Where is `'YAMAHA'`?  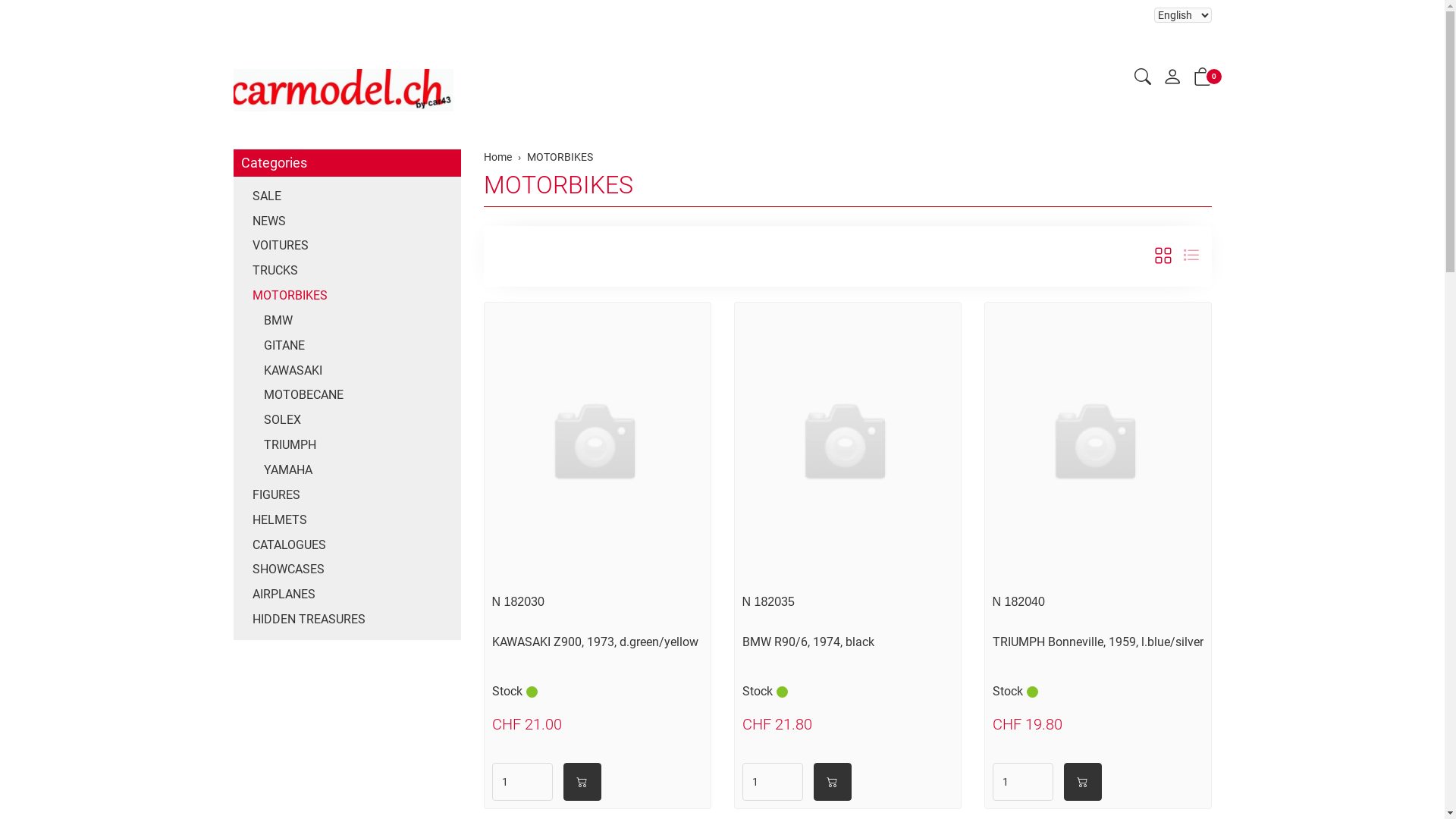 'YAMAHA' is located at coordinates (346, 469).